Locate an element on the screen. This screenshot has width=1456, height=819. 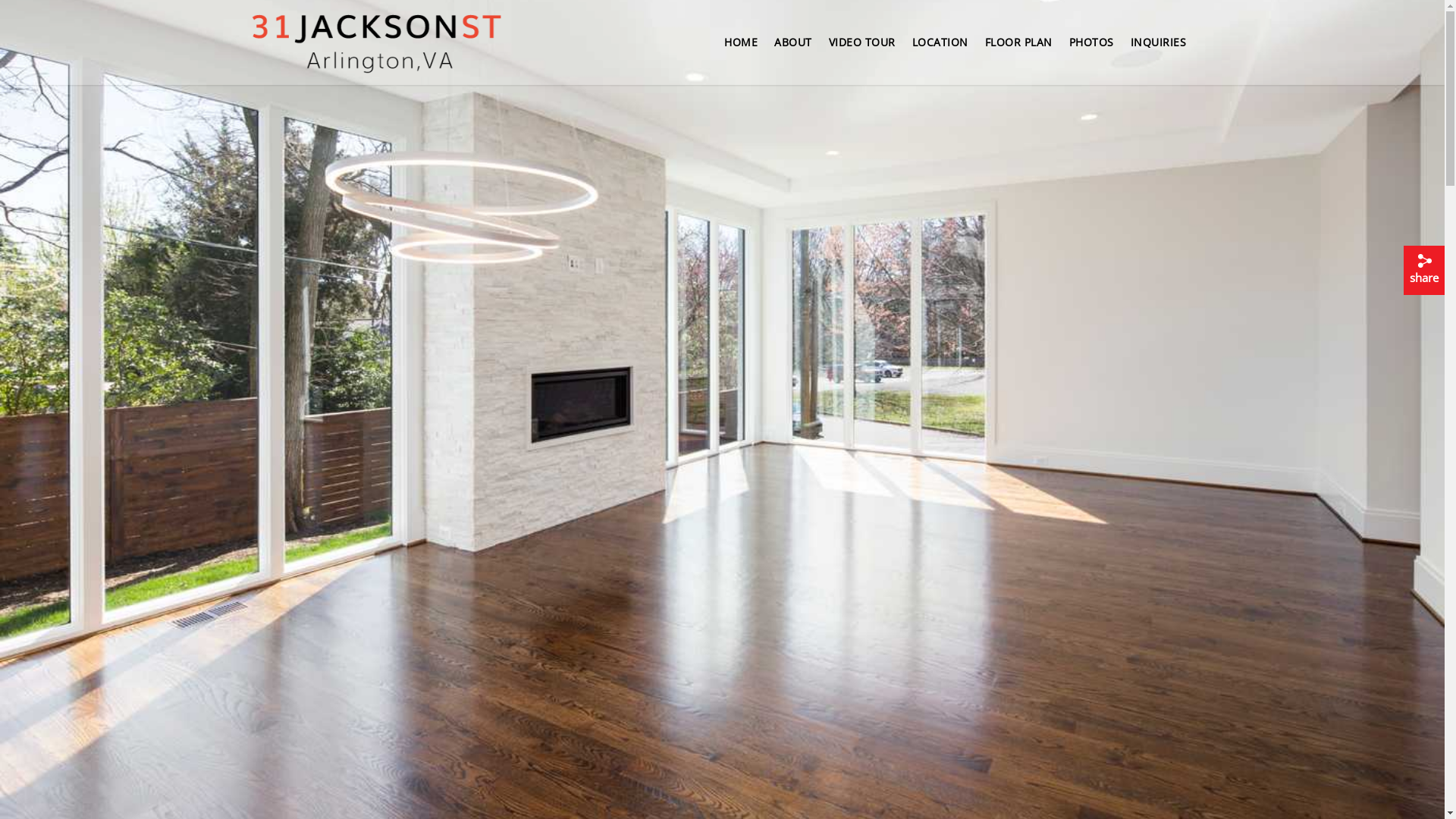
'PHOTOS' is located at coordinates (1090, 46).